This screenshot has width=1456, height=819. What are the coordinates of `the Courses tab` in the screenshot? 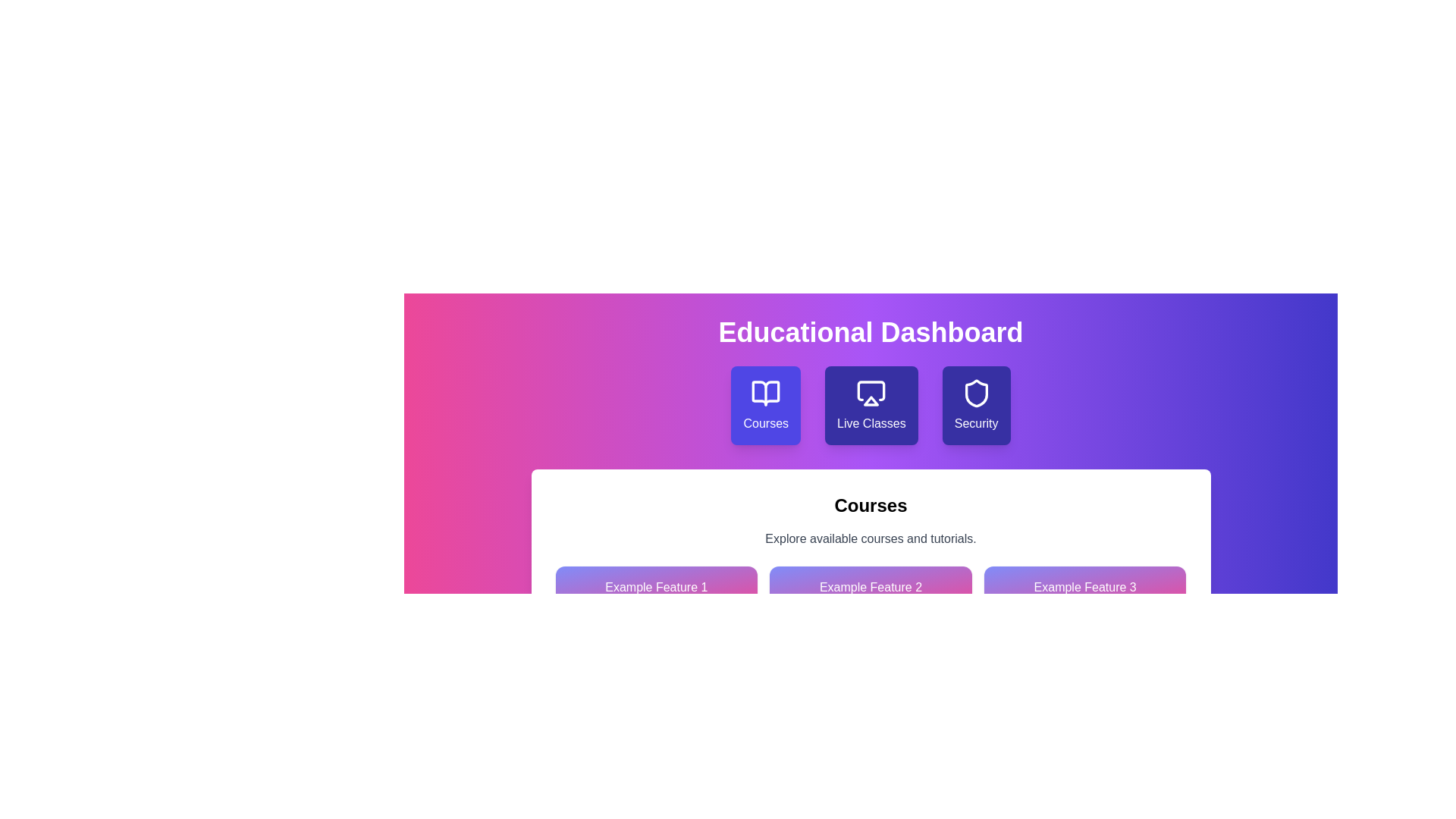 It's located at (765, 405).